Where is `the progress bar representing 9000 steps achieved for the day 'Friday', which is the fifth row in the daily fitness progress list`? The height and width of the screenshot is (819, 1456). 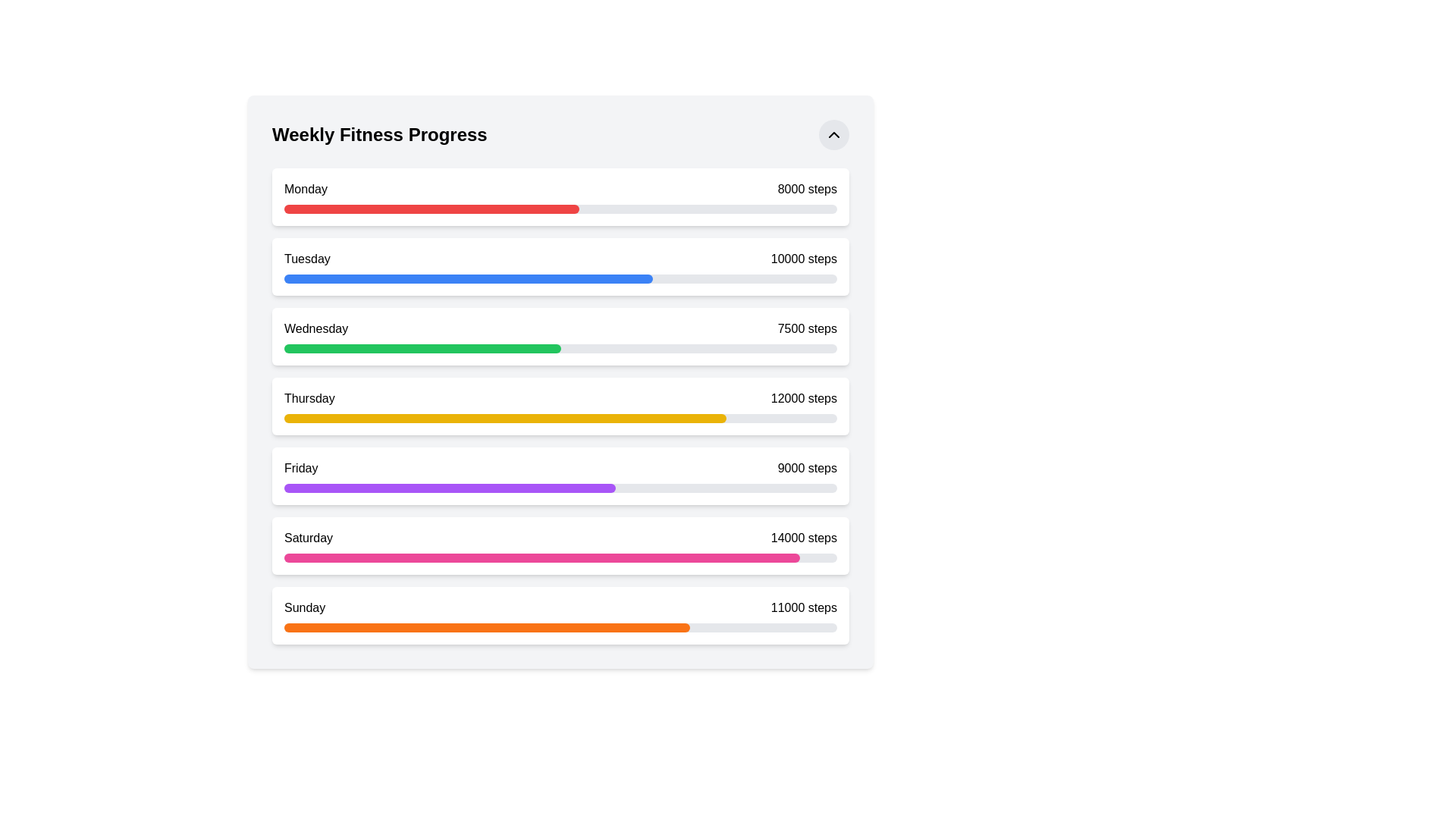 the progress bar representing 9000 steps achieved for the day 'Friday', which is the fifth row in the daily fitness progress list is located at coordinates (560, 485).